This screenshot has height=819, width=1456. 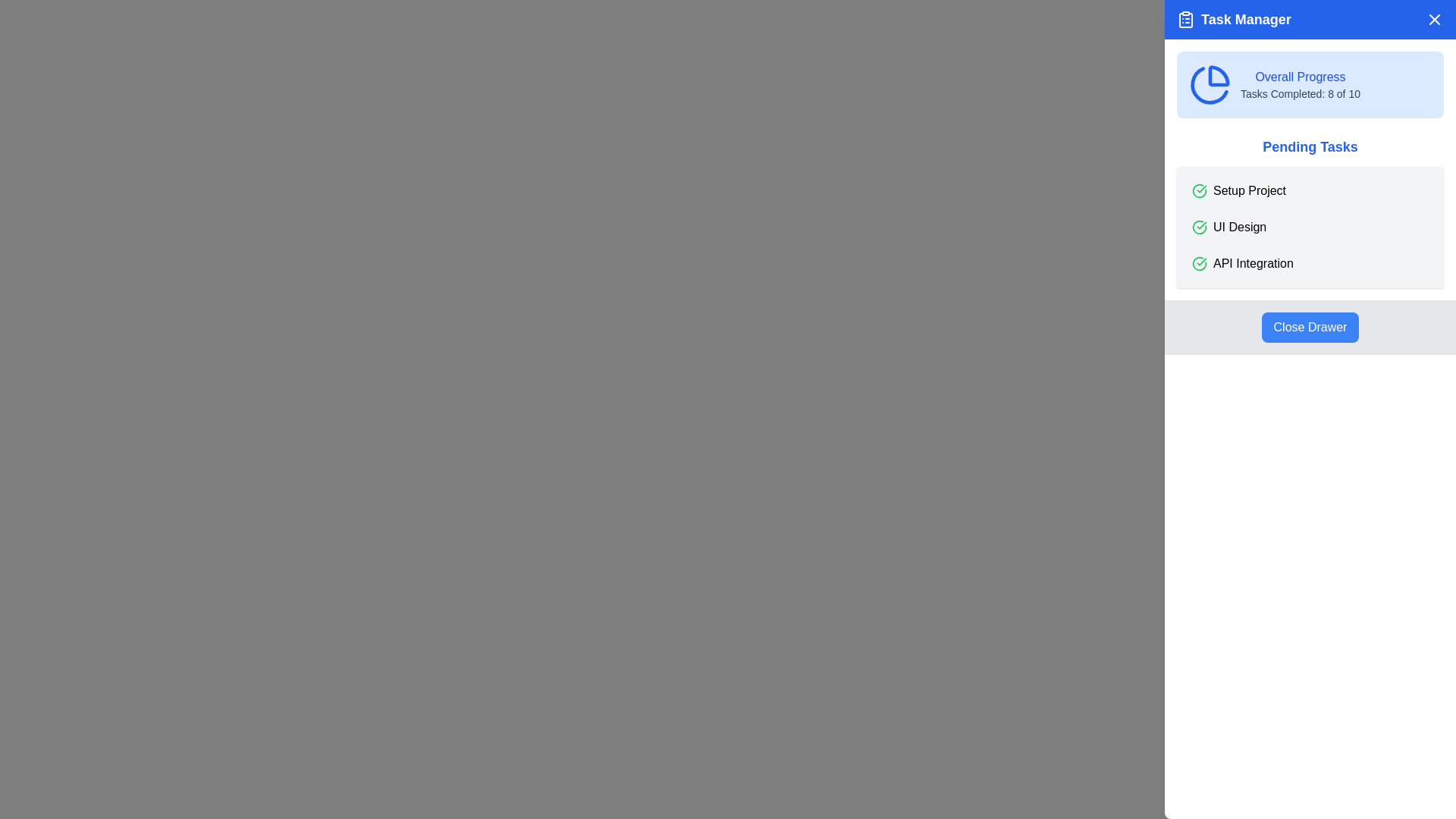 What do you see at coordinates (1310, 262) in the screenshot?
I see `the third list item in the 'Pending Tasks' panel that indicates the 'API Integration' task and shows a checkmark for its completion status` at bounding box center [1310, 262].